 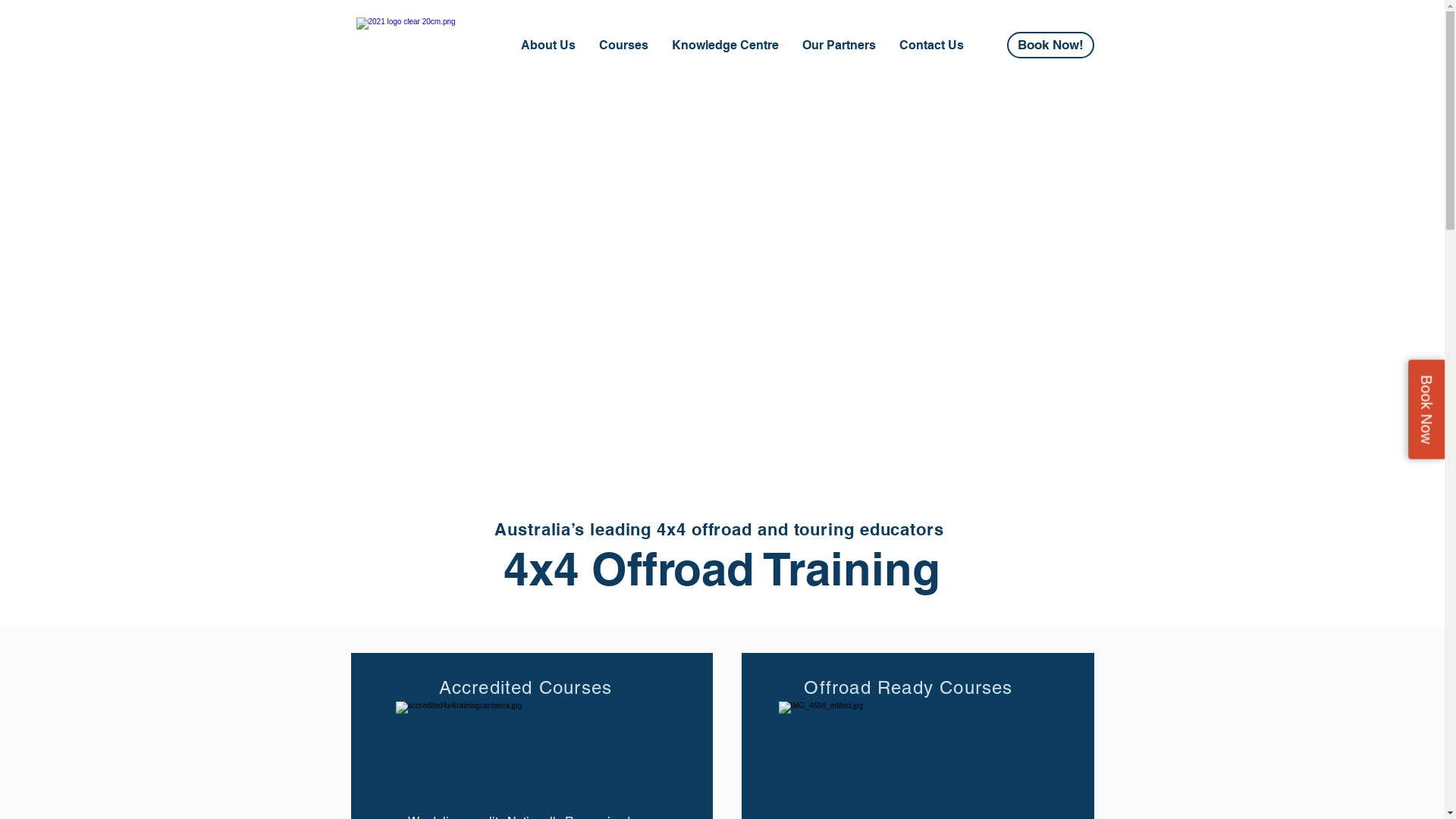 I want to click on 'Our Partners', so click(x=837, y=45).